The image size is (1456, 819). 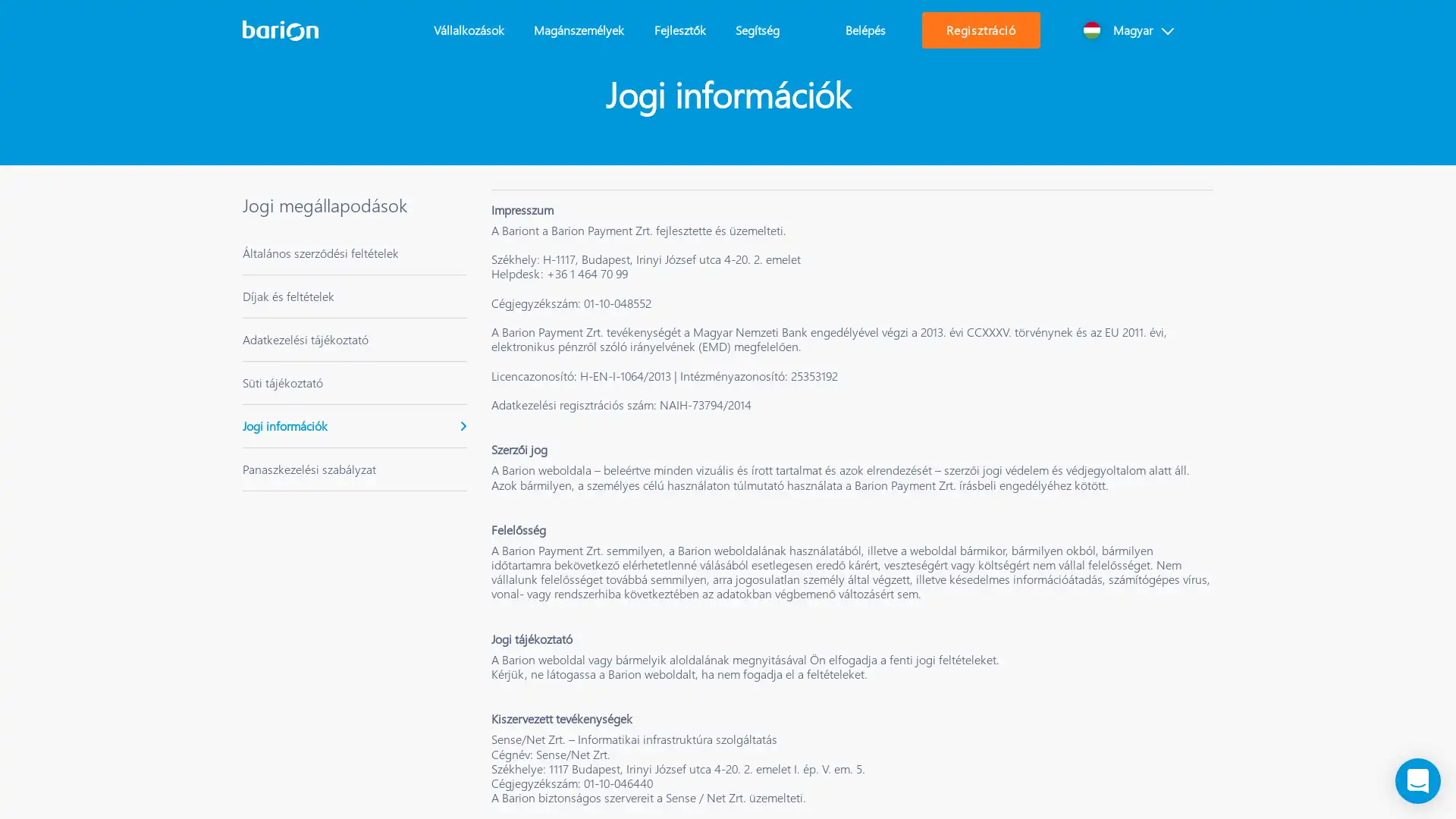 I want to click on Osszes elutasitasa, so click(x=1106, y=751).